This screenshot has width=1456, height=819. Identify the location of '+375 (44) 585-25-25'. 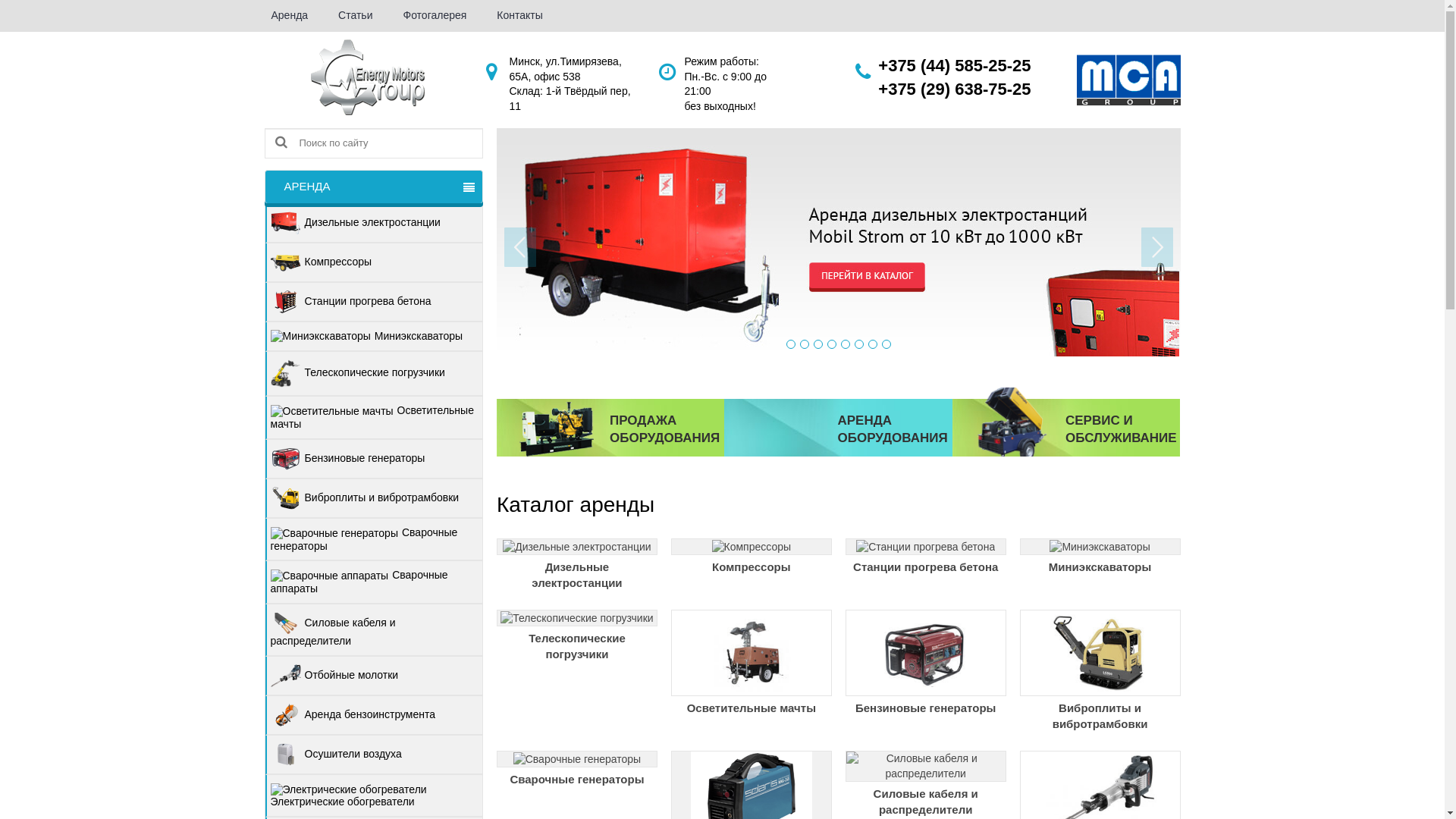
(953, 64).